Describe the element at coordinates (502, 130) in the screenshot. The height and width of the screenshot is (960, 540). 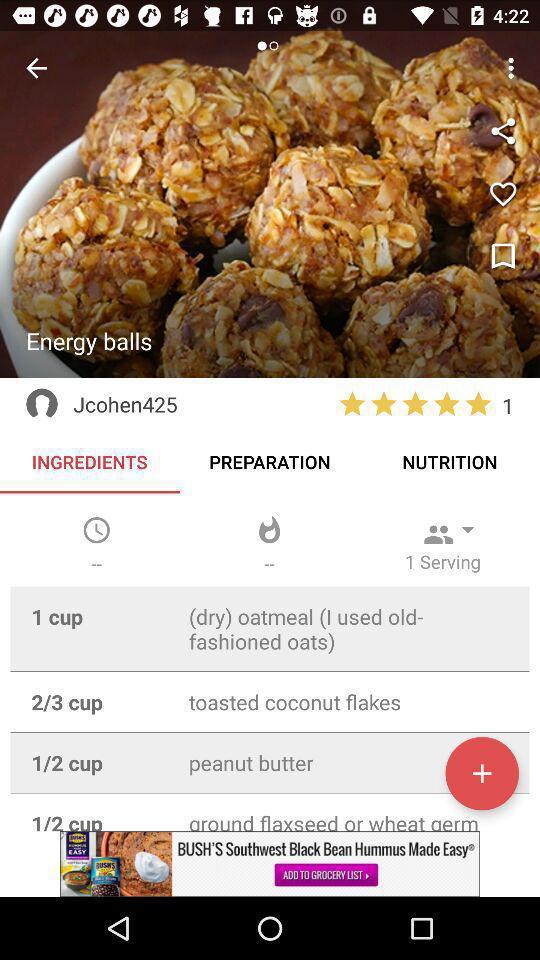
I see `the share icon` at that location.